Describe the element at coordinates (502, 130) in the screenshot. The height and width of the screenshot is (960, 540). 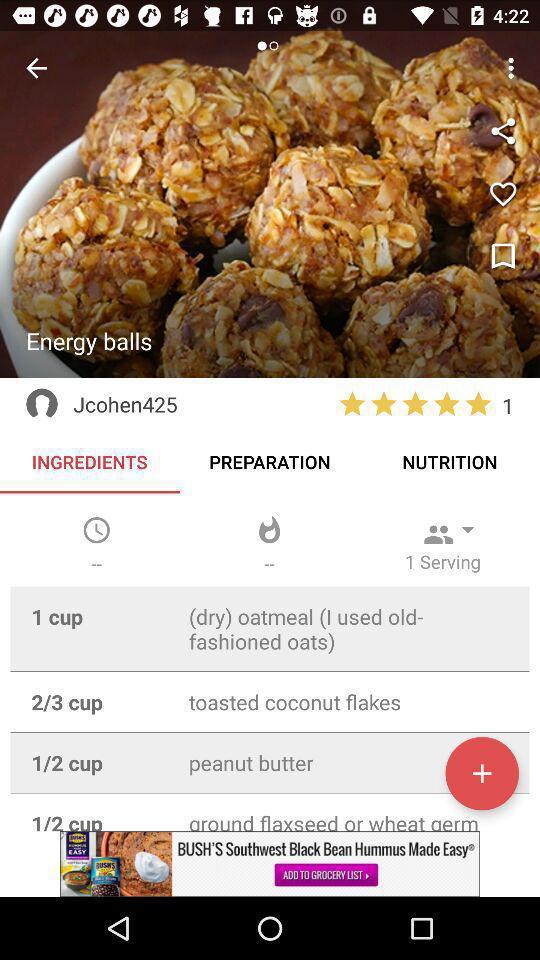
I see `the share icon` at that location.